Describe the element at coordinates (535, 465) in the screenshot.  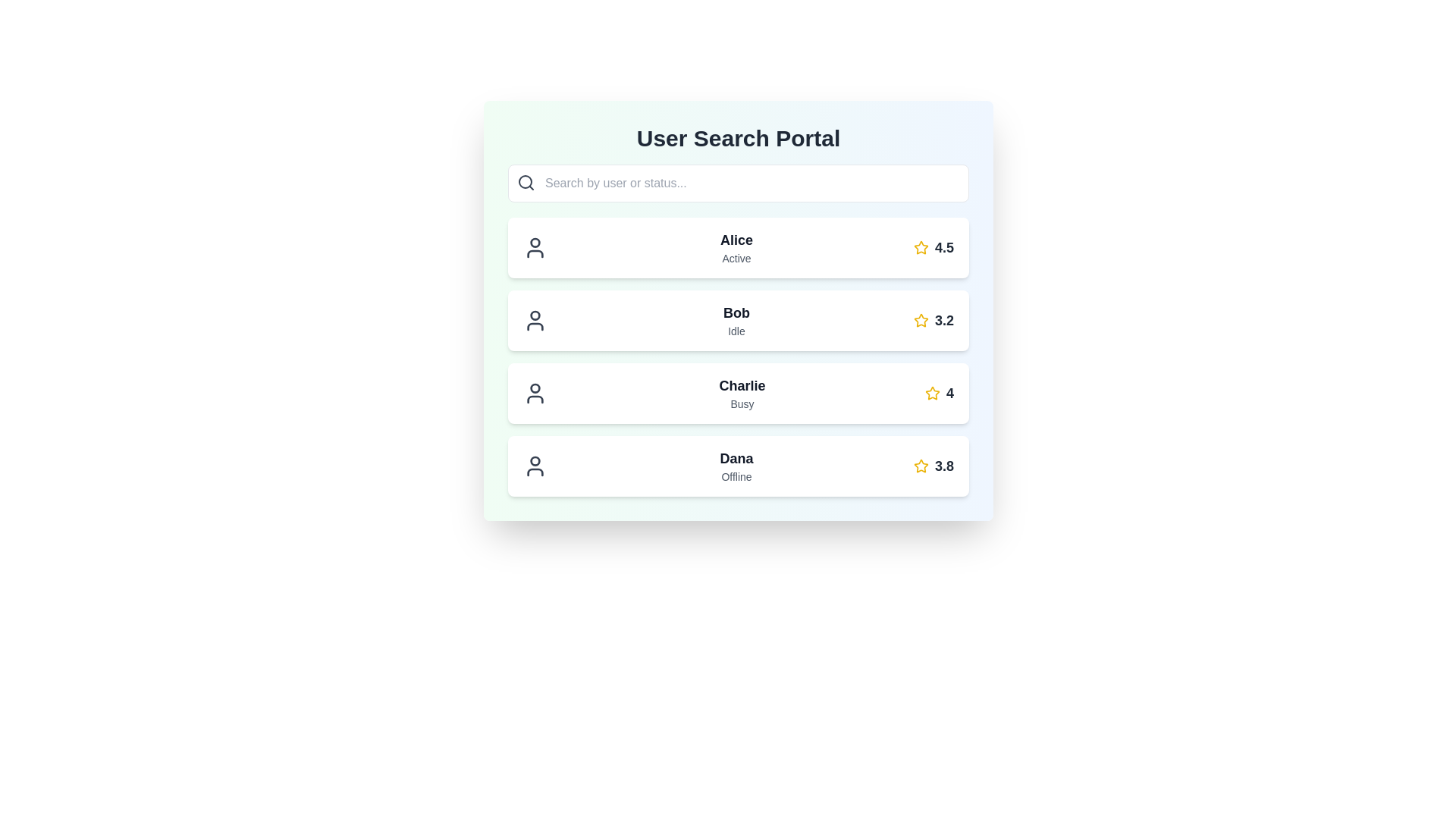
I see `the user icon element representing 'Dana', which is a minimalist, line-art styled SVG icon located at the far left of the row with the status 'Offline'` at that location.